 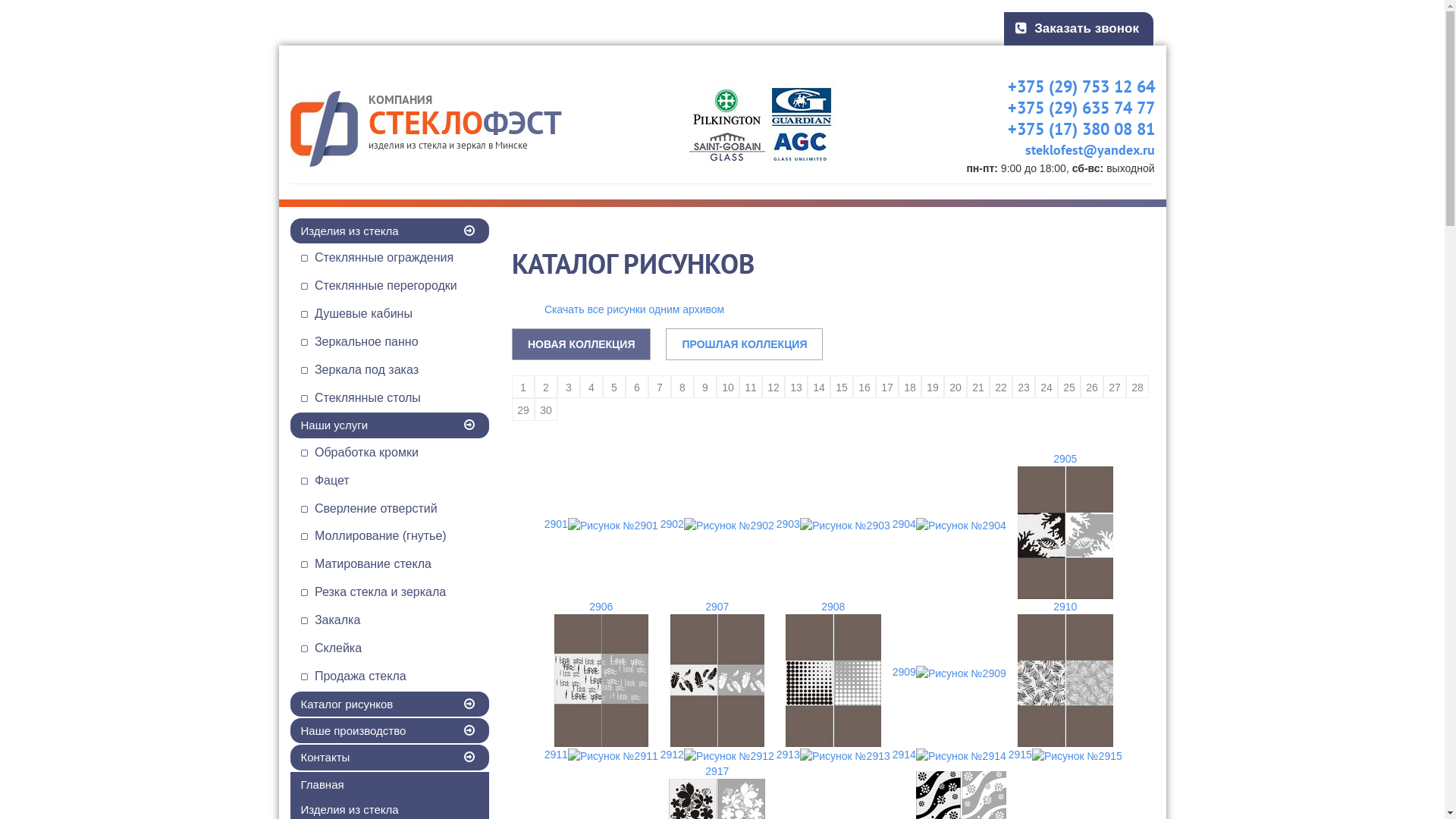 What do you see at coordinates (1046, 385) in the screenshot?
I see `'24'` at bounding box center [1046, 385].